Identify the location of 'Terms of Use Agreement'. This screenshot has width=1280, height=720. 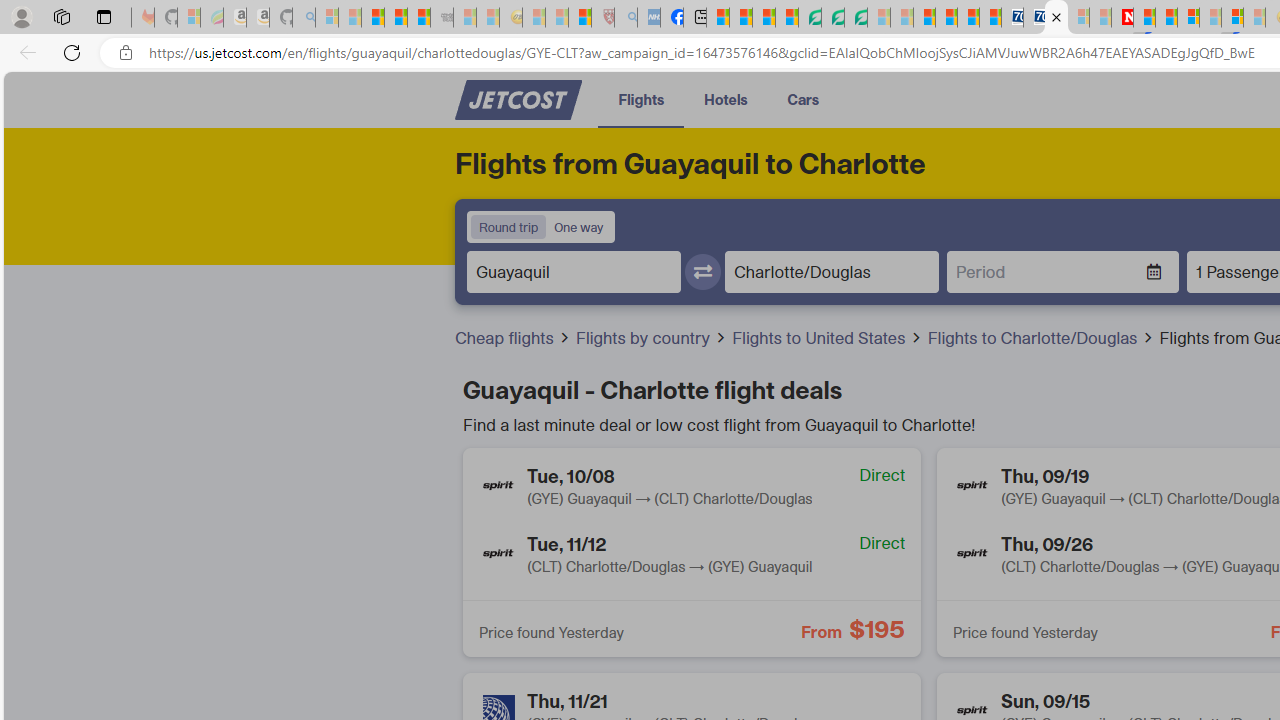
(832, 17).